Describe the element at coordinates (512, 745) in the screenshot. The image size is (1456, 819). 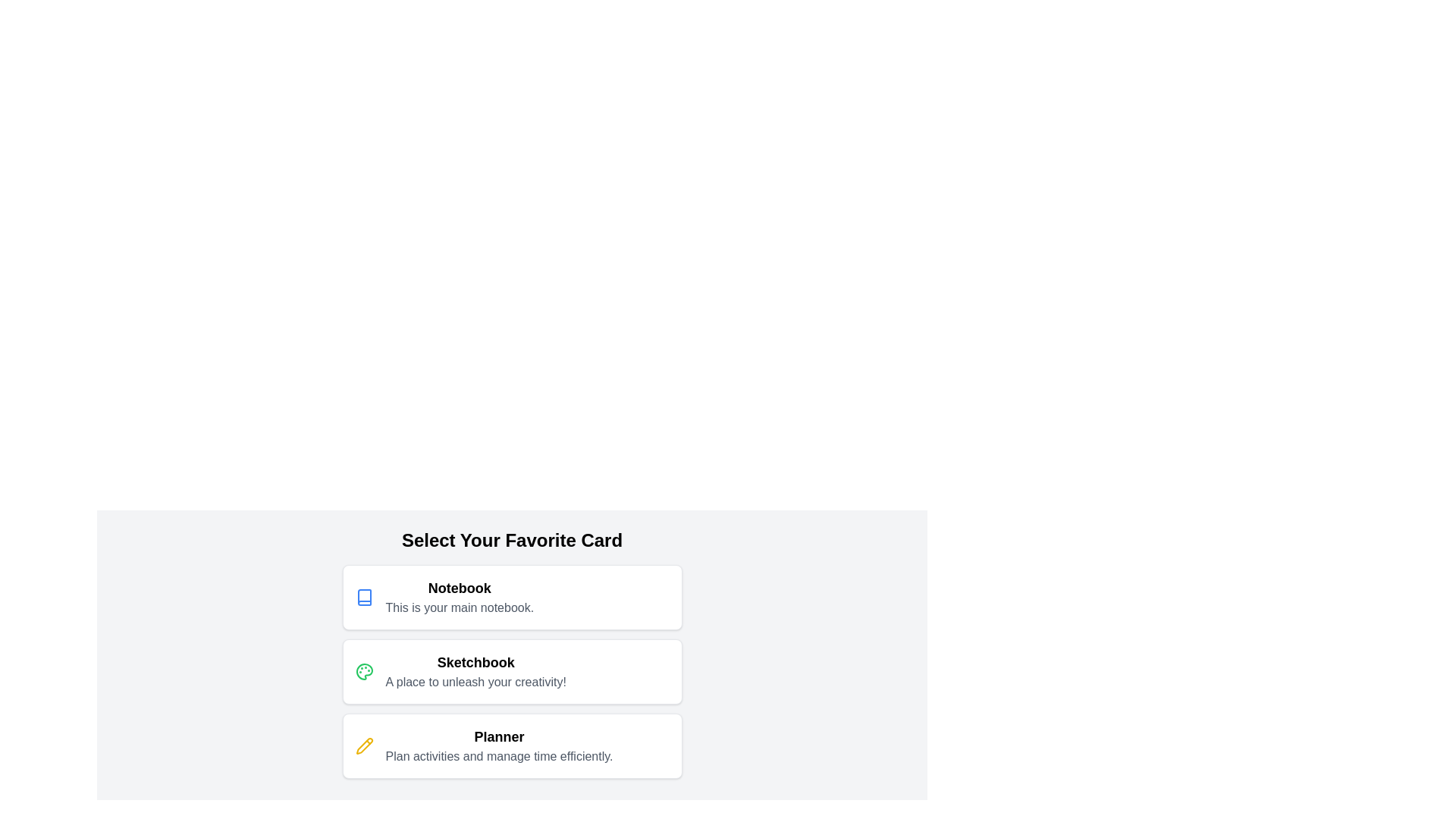
I see `the third static informational card in the vertical list` at that location.